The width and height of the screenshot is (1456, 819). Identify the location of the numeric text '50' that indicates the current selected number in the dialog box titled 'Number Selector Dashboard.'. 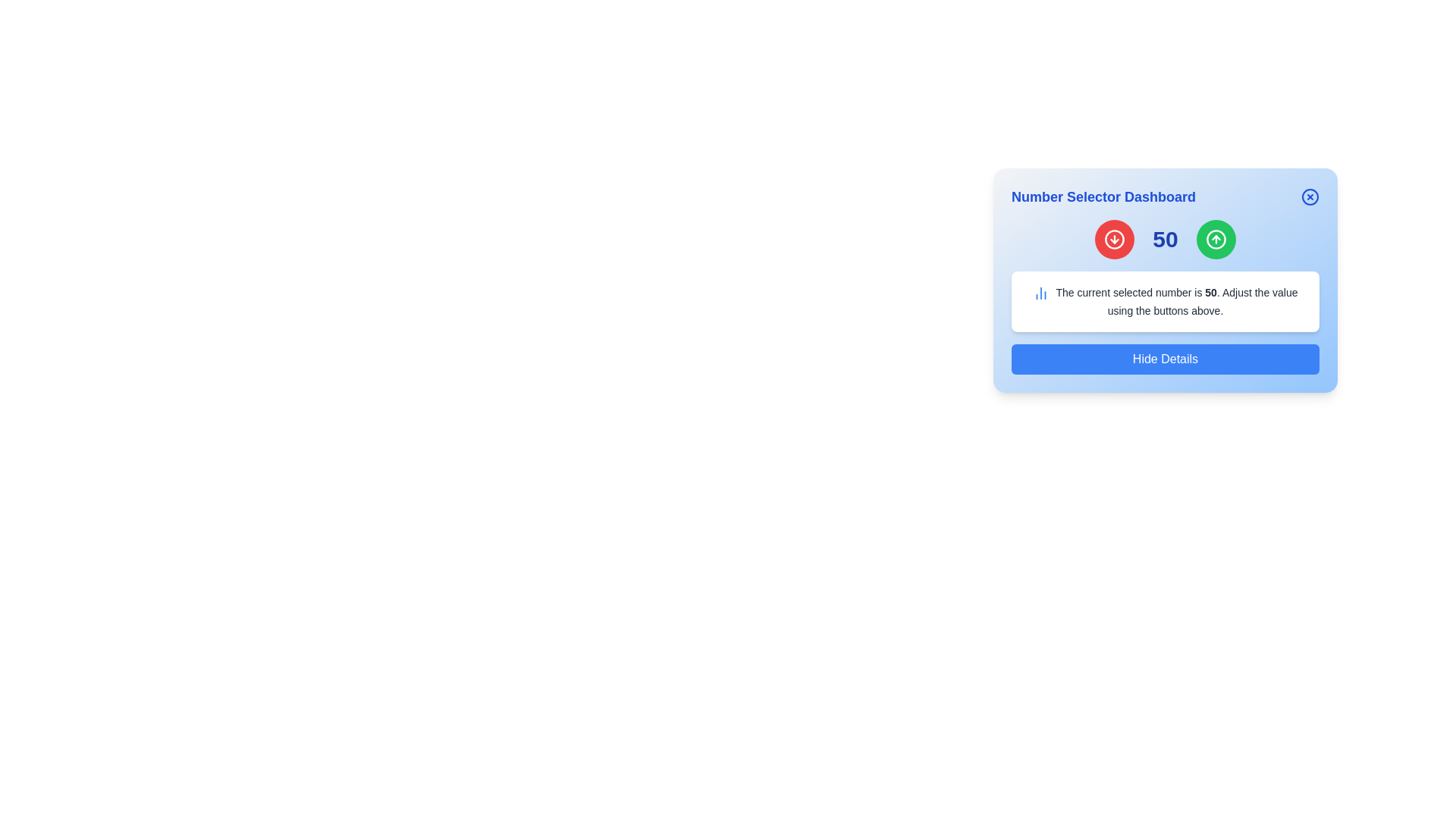
(1210, 292).